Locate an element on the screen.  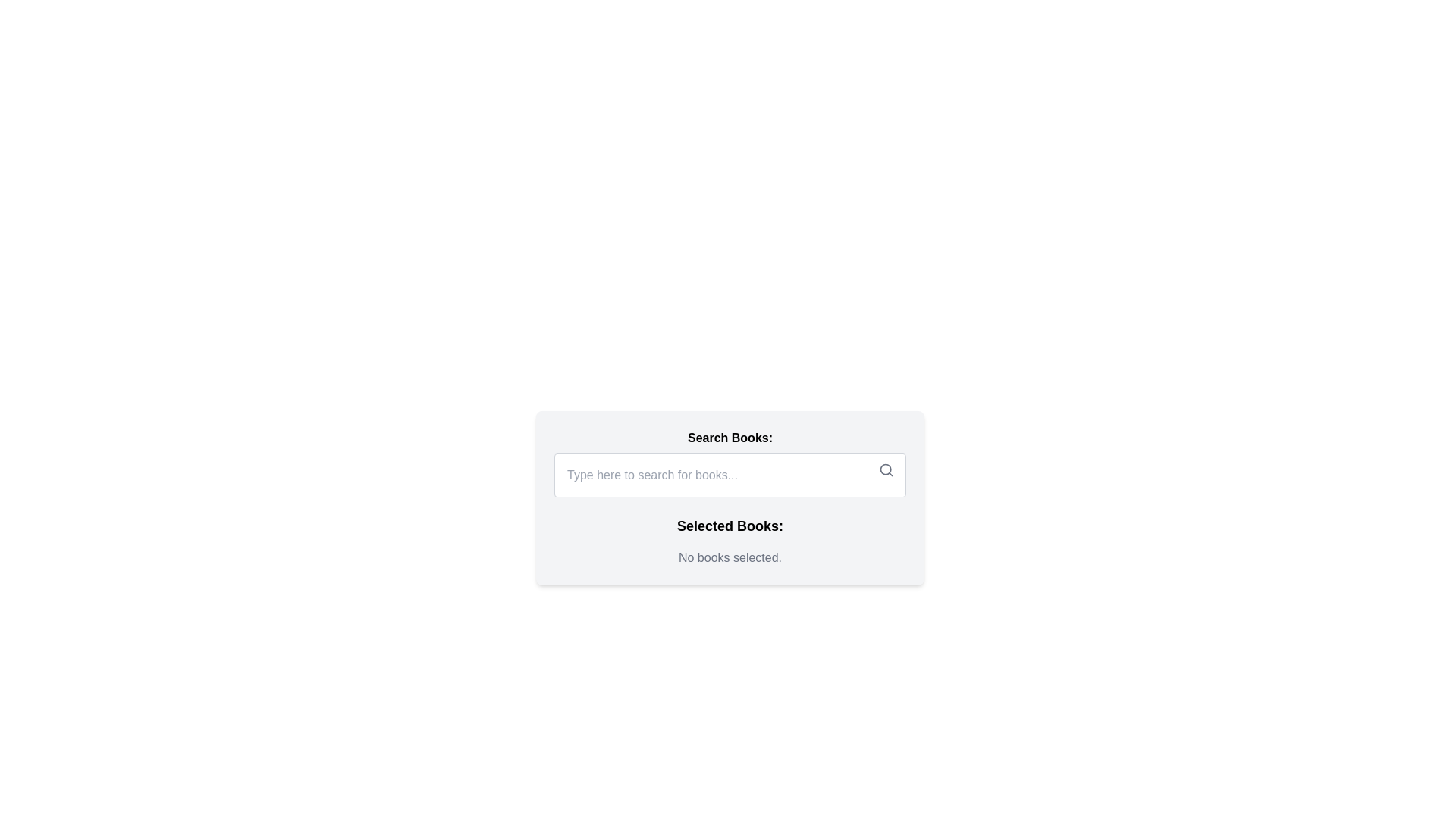
the bold, large-font text label displaying 'Selected Books:' which is centered and positioned below the 'Search Books:' section is located at coordinates (730, 526).